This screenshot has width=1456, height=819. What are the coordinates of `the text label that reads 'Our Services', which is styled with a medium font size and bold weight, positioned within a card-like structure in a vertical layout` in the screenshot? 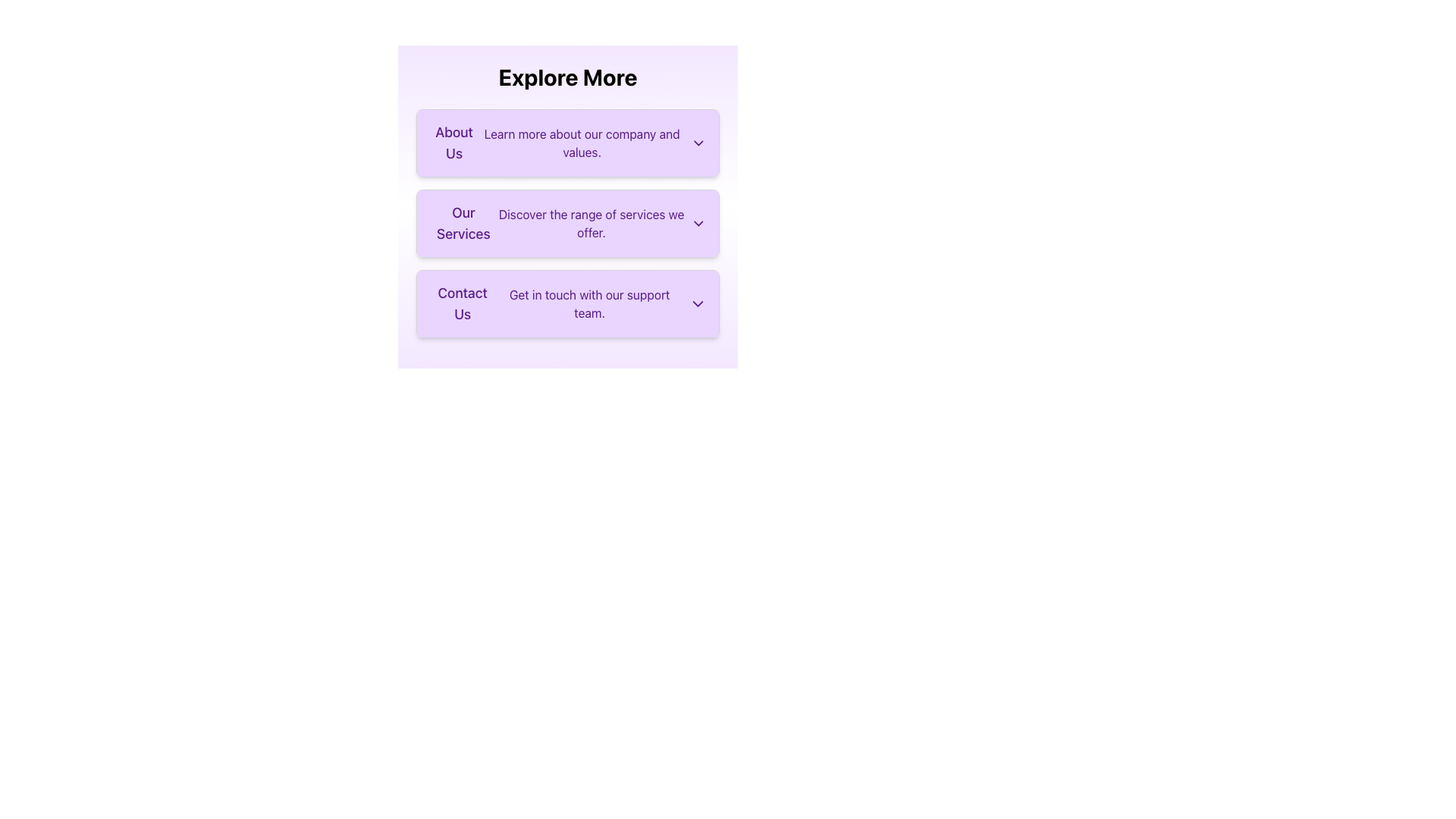 It's located at (463, 223).